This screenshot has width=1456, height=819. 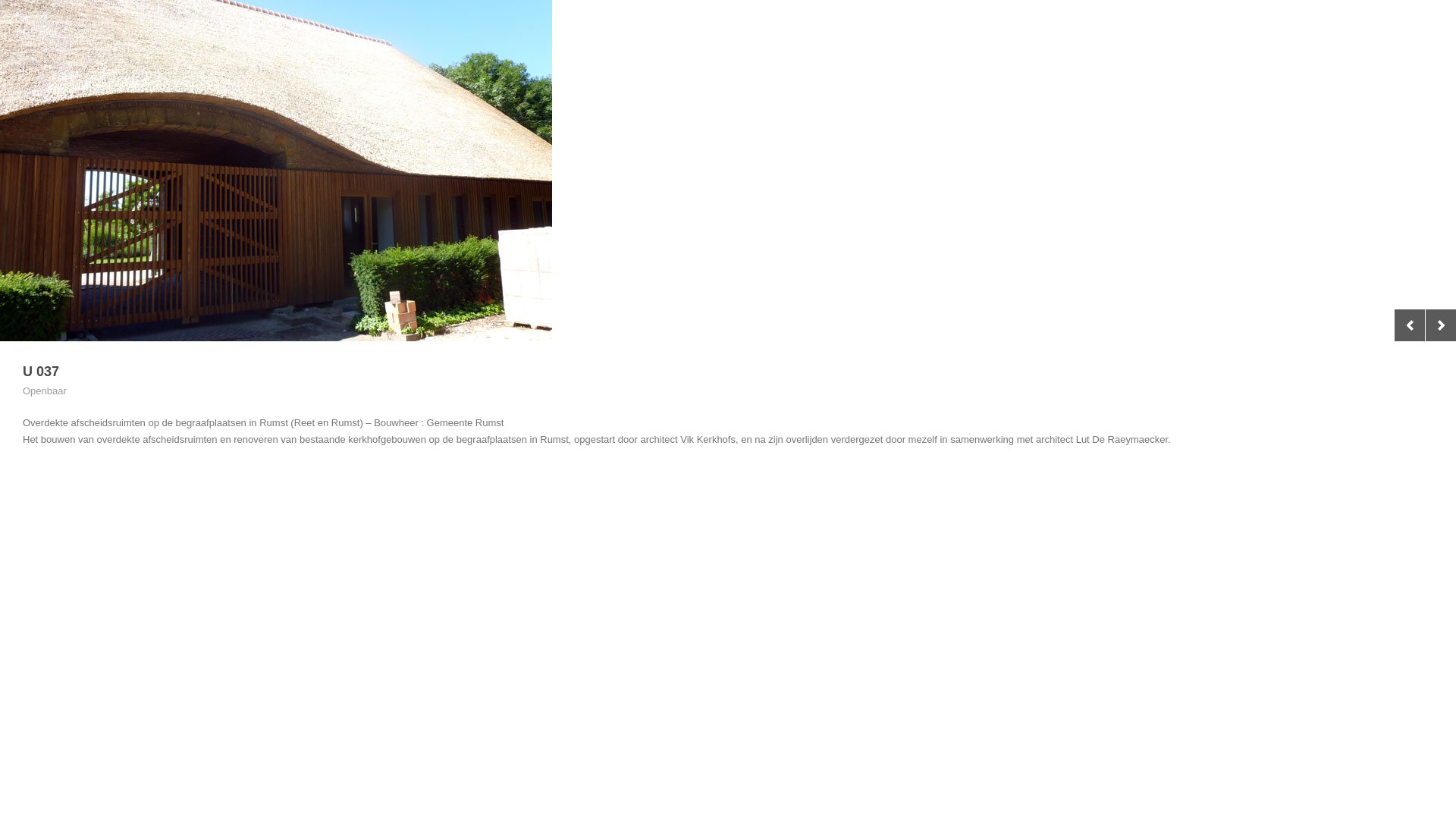 What do you see at coordinates (1394, 324) in the screenshot?
I see `'Previous'` at bounding box center [1394, 324].